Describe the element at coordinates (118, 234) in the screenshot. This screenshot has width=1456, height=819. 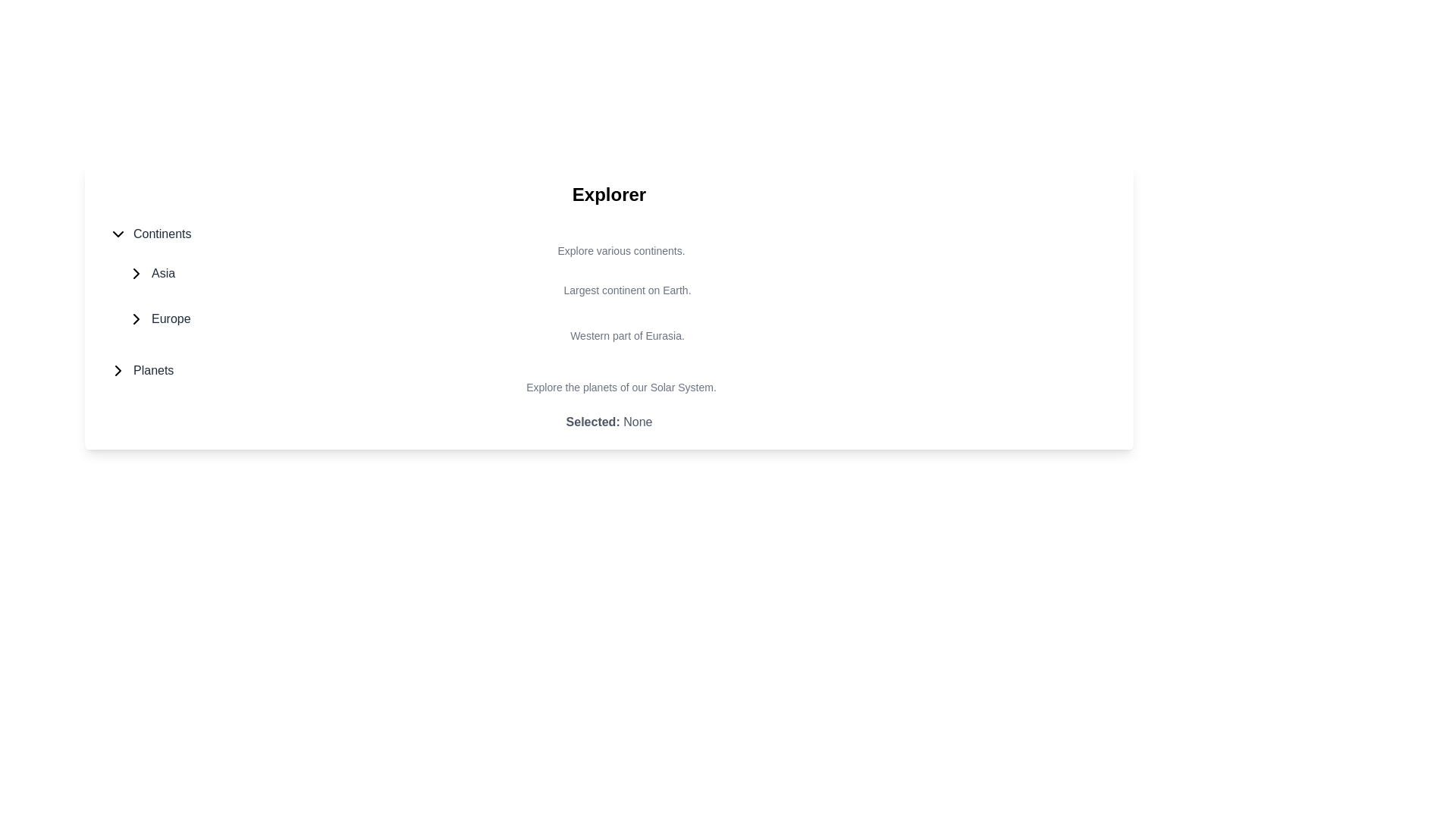
I see `the downward-pointing chevron-style icon located to the left of the 'Continents' text label` at that location.